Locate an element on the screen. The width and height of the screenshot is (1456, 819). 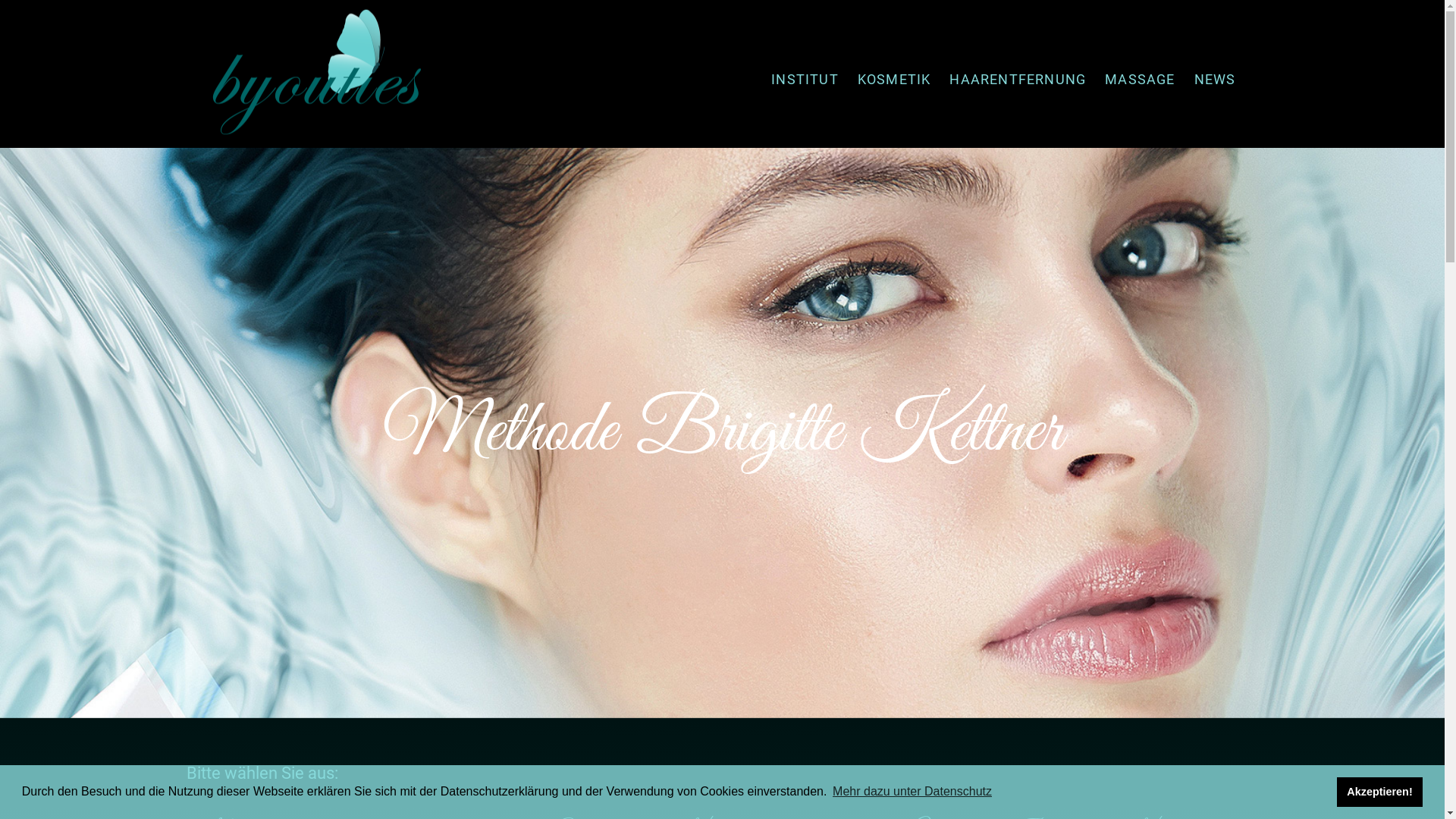
'NEWS' is located at coordinates (1215, 79).